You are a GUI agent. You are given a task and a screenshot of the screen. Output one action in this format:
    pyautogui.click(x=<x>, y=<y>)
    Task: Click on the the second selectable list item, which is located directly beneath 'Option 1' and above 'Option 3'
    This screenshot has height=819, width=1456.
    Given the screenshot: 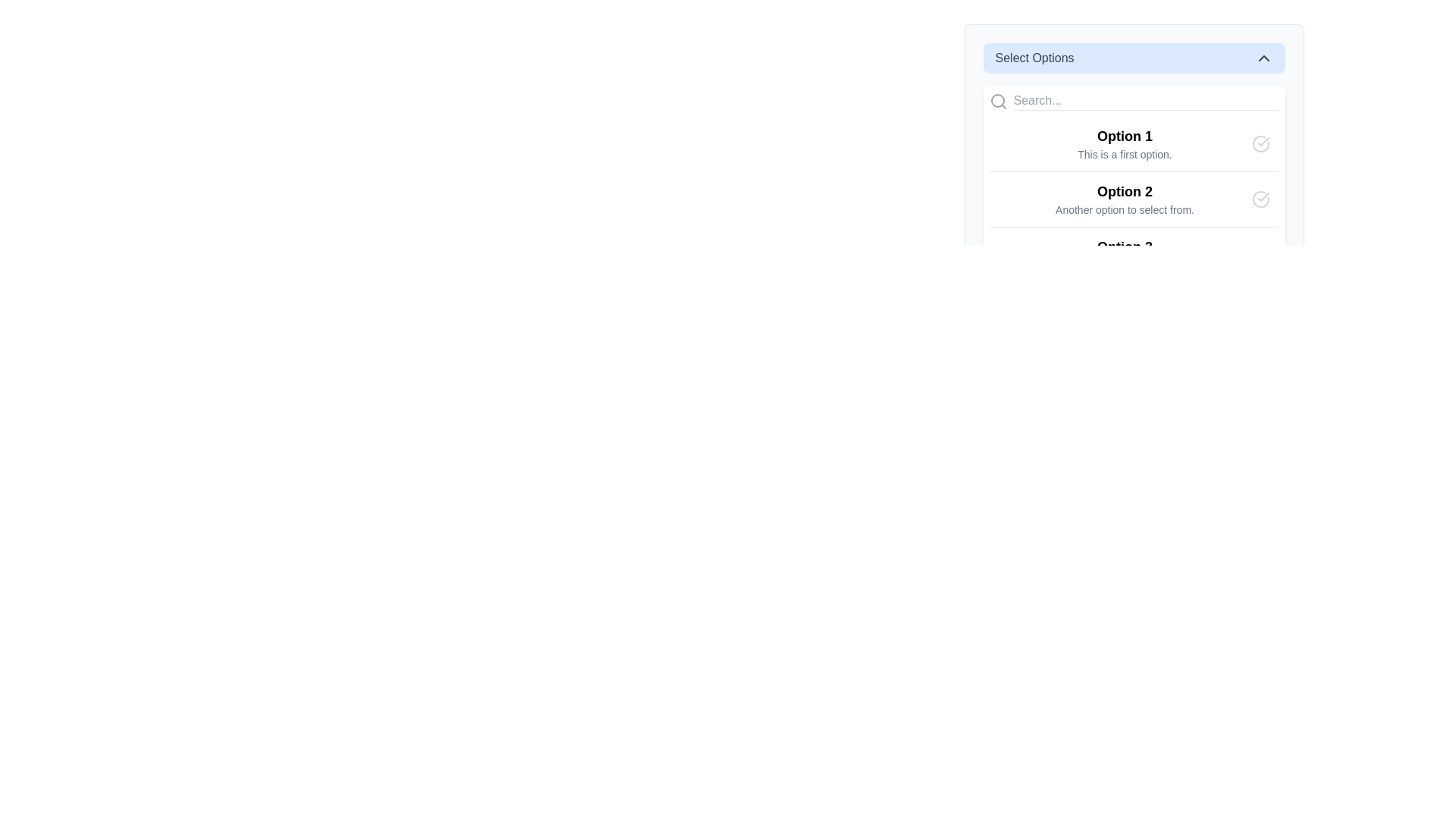 What is the action you would take?
    pyautogui.click(x=1134, y=198)
    